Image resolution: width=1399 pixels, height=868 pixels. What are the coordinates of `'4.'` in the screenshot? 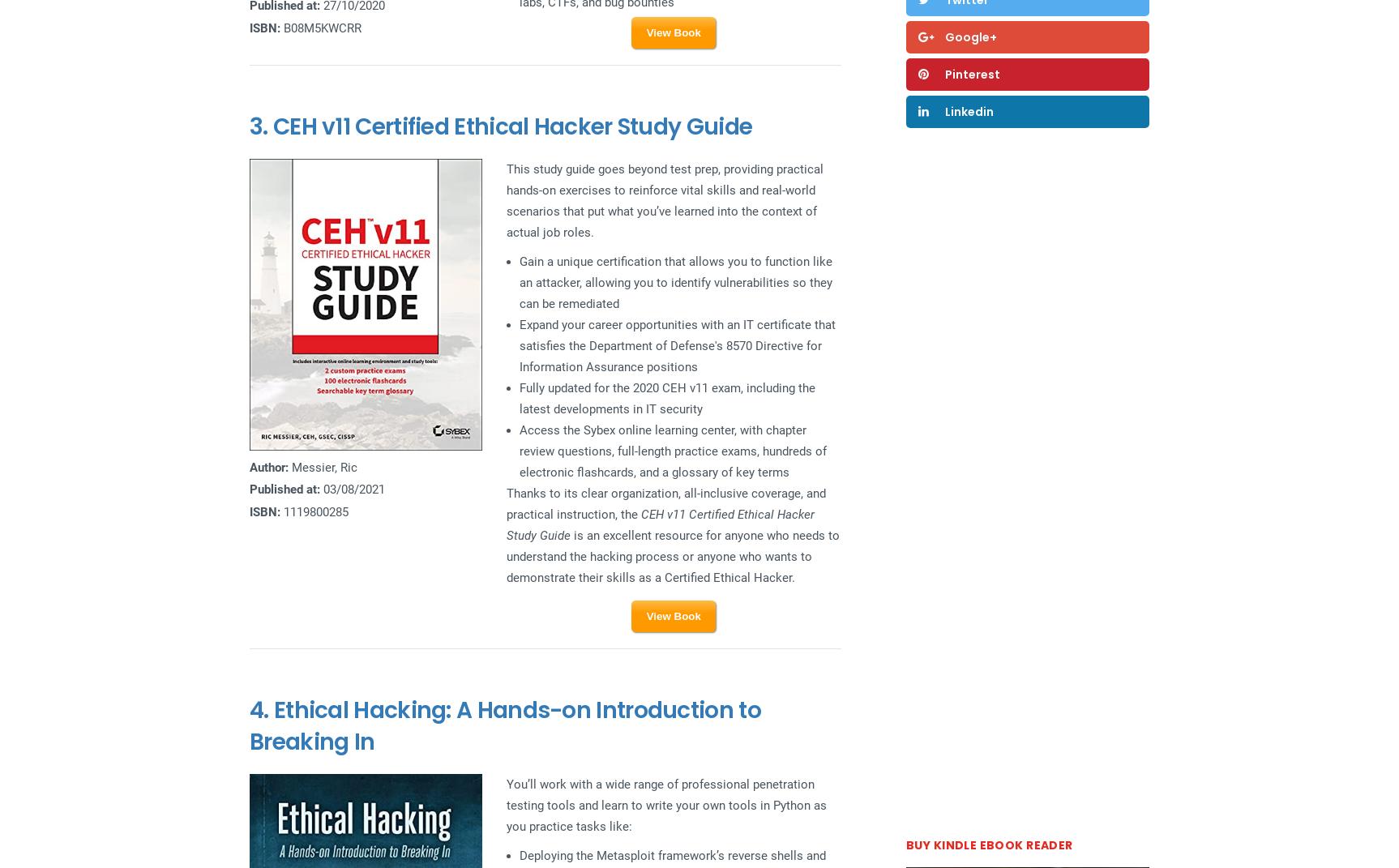 It's located at (260, 710).